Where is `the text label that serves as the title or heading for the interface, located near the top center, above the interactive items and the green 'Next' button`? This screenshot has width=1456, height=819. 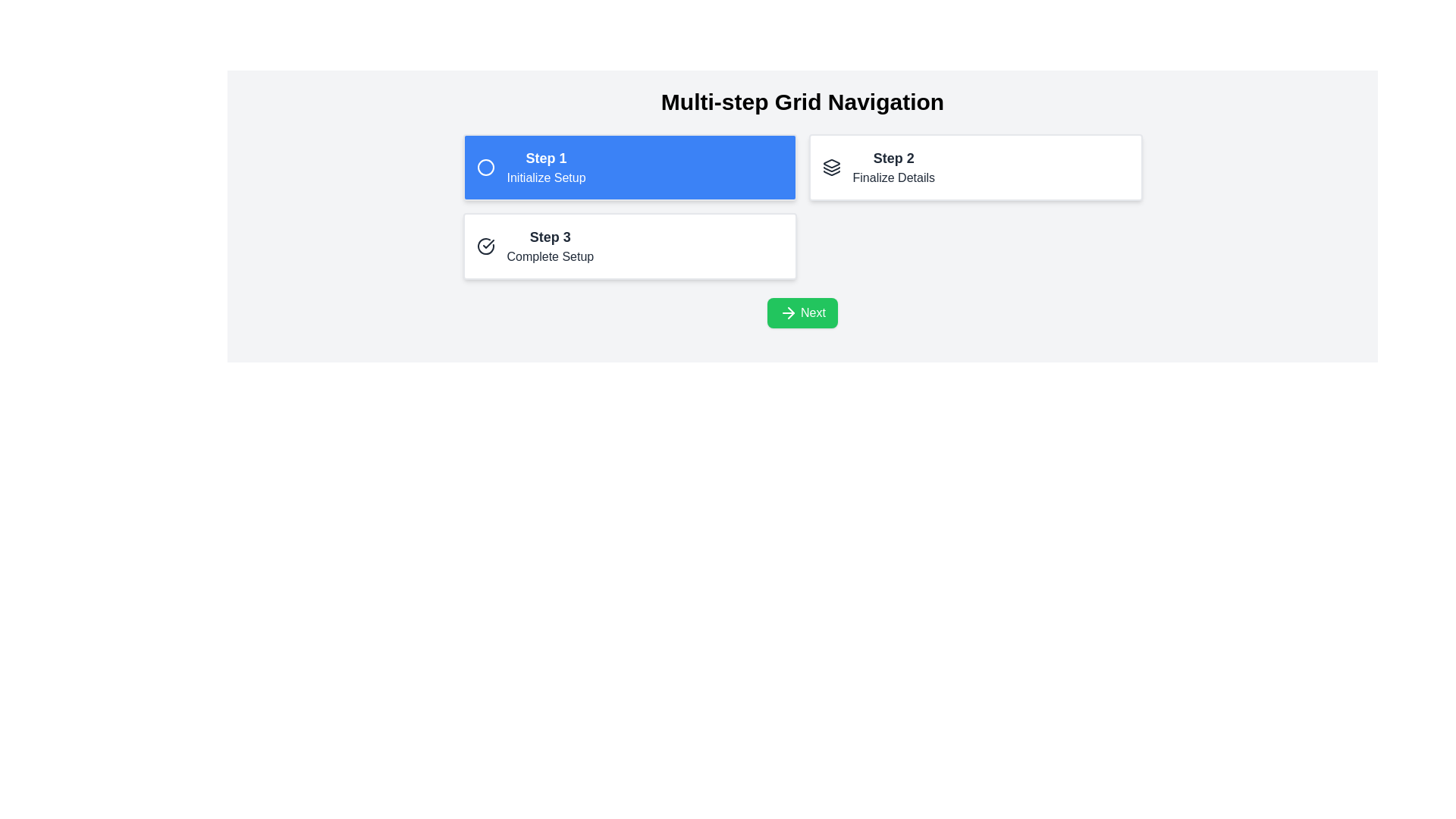
the text label that serves as the title or heading for the interface, located near the top center, above the interactive items and the green 'Next' button is located at coordinates (802, 102).